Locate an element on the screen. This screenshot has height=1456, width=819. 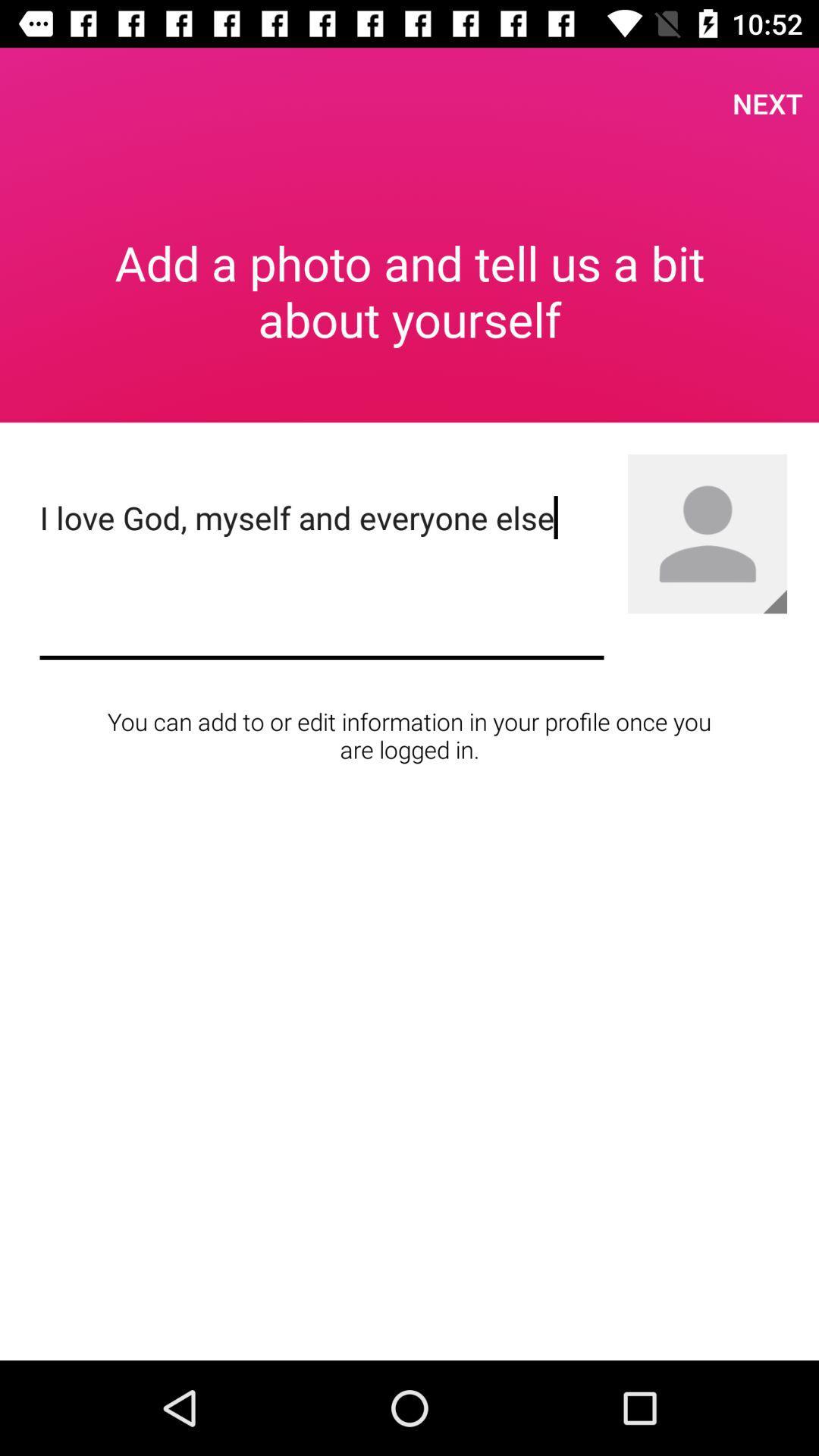
item above add a photo is located at coordinates (767, 102).